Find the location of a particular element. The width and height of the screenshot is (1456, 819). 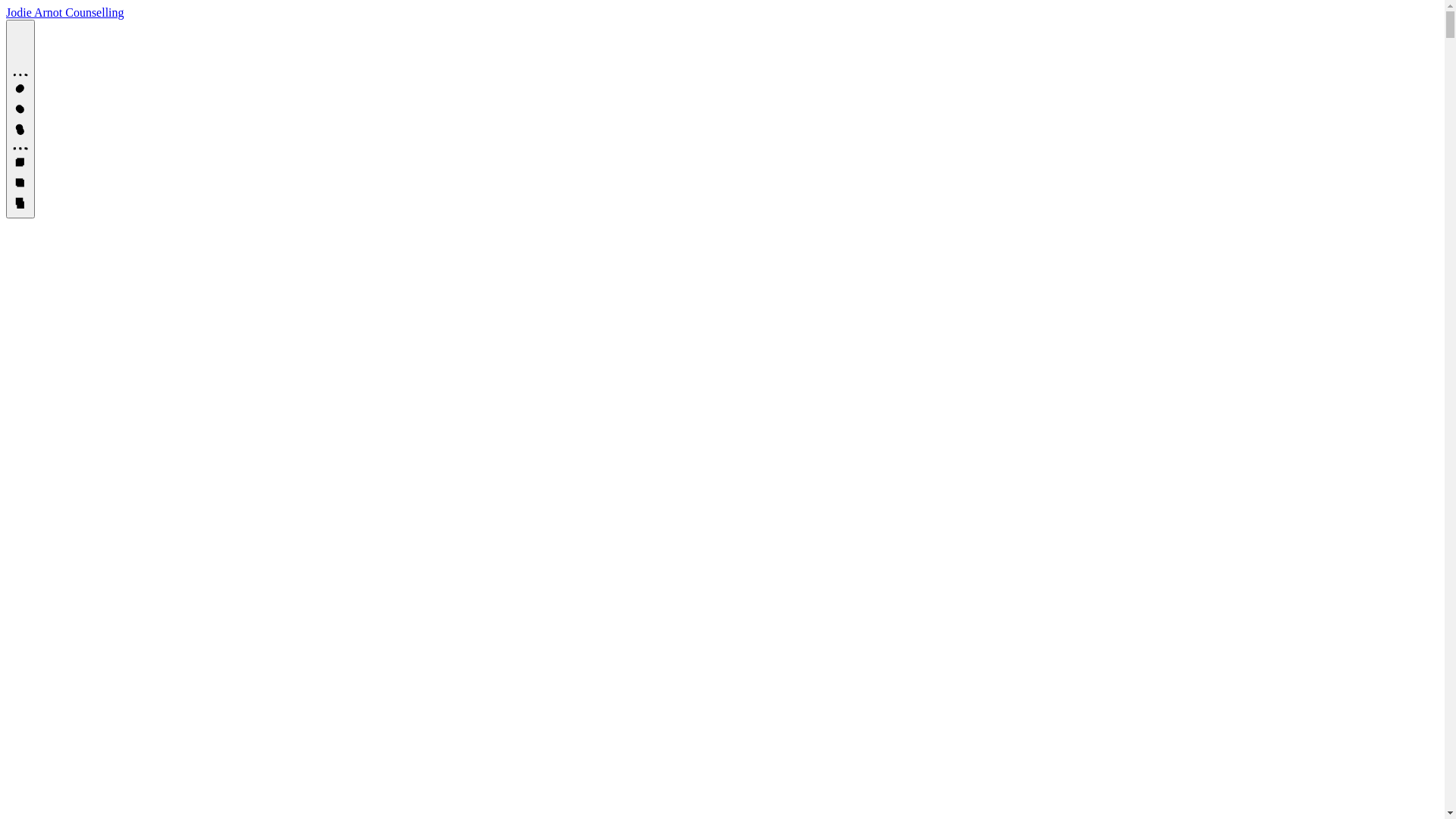

'Jodie Arnot Counselling' is located at coordinates (64, 12).